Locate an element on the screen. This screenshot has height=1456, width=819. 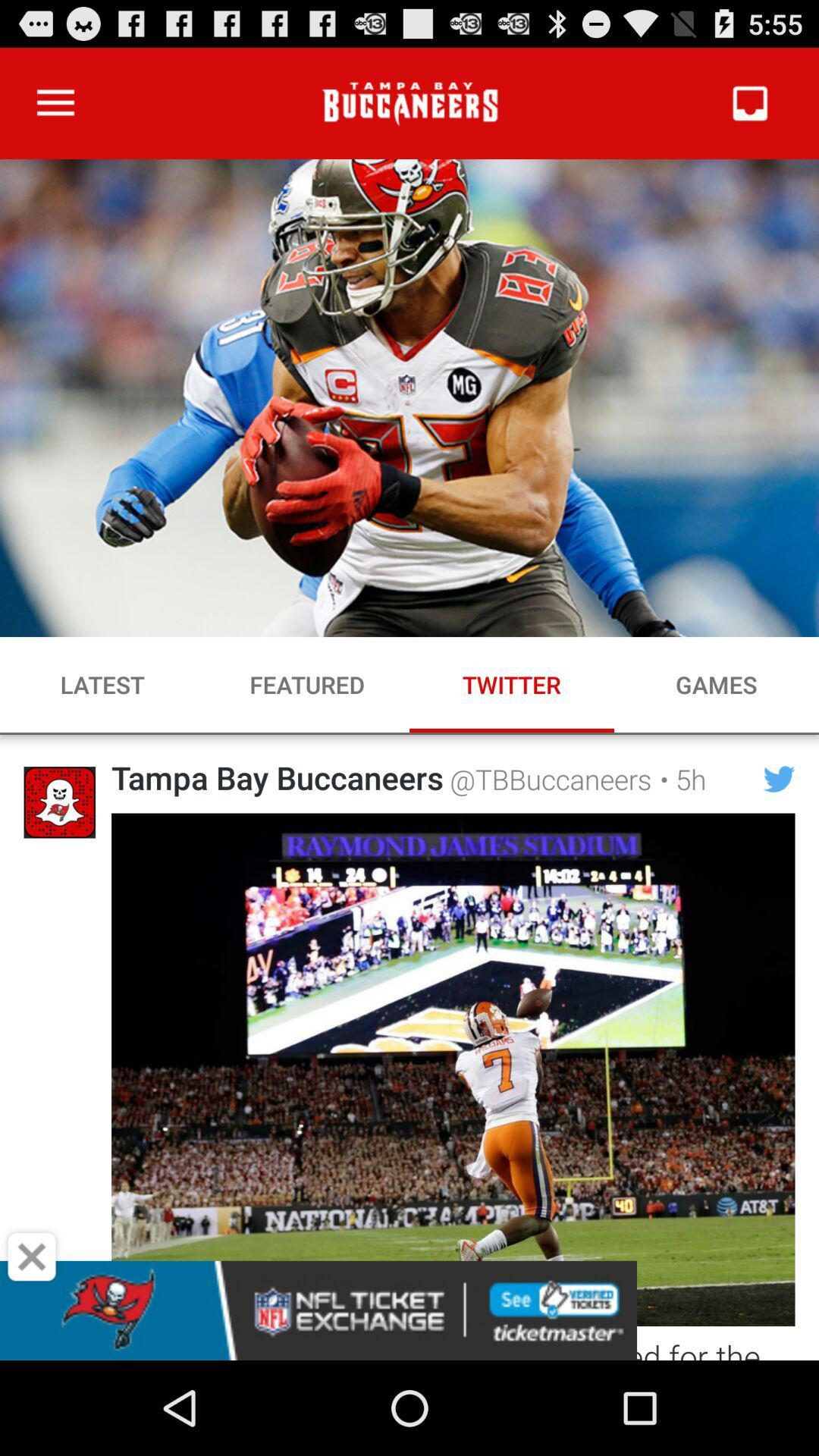
open advertisement is located at coordinates (409, 1310).